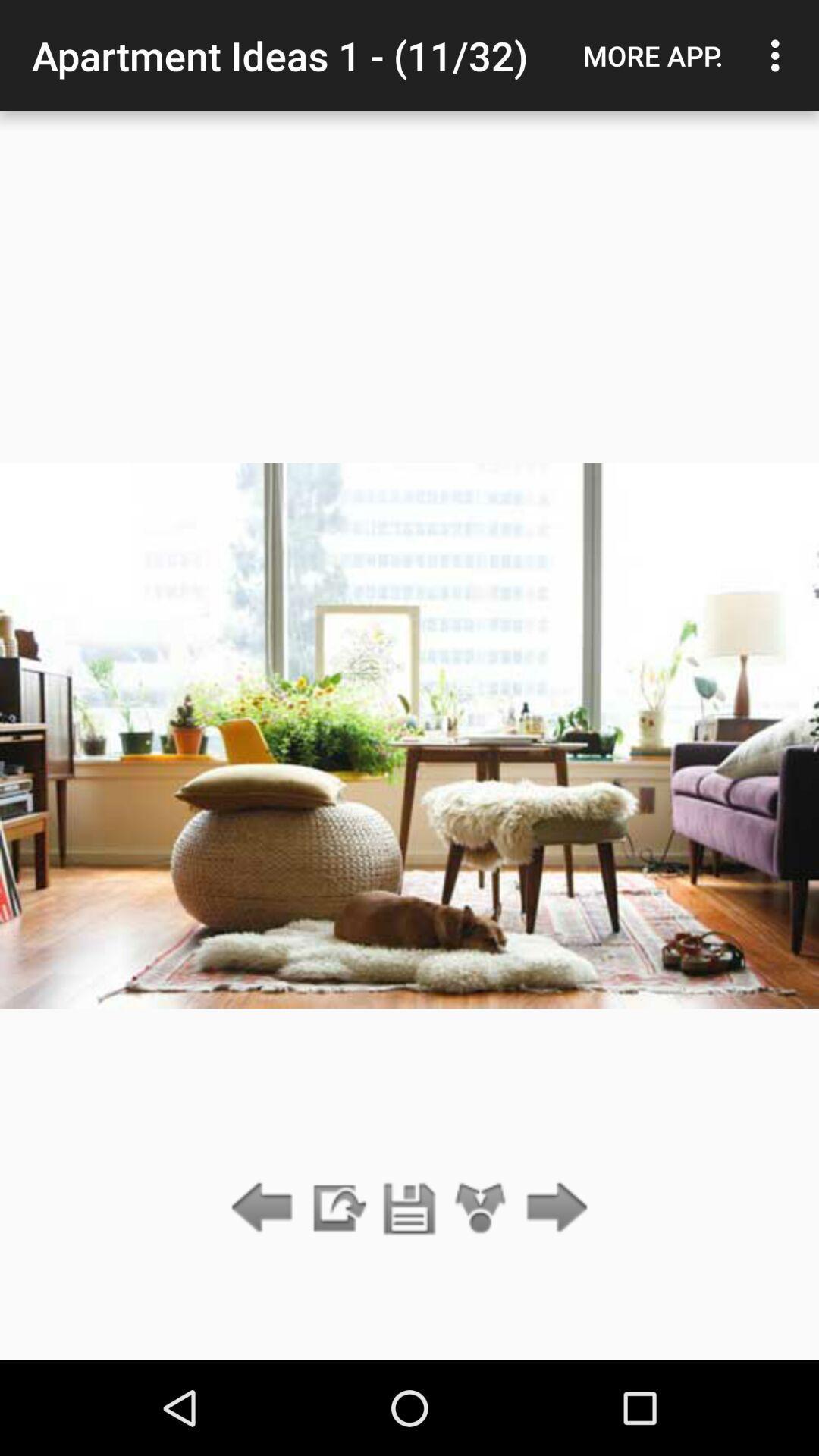  Describe the element at coordinates (481, 1208) in the screenshot. I see `the share icon` at that location.